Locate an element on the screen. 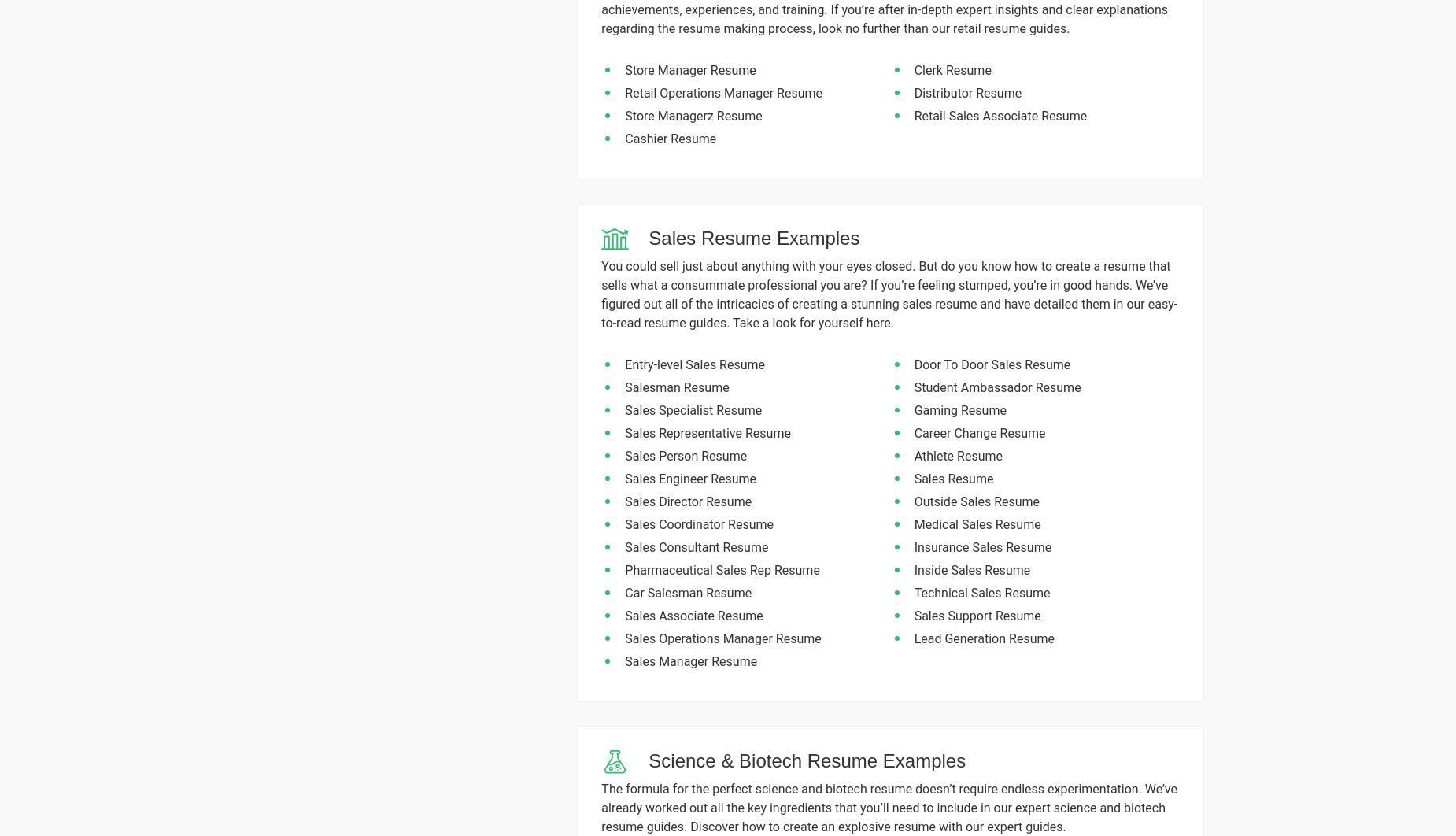 The width and height of the screenshot is (1456, 836). 'Lead Generation Resume' is located at coordinates (913, 638).